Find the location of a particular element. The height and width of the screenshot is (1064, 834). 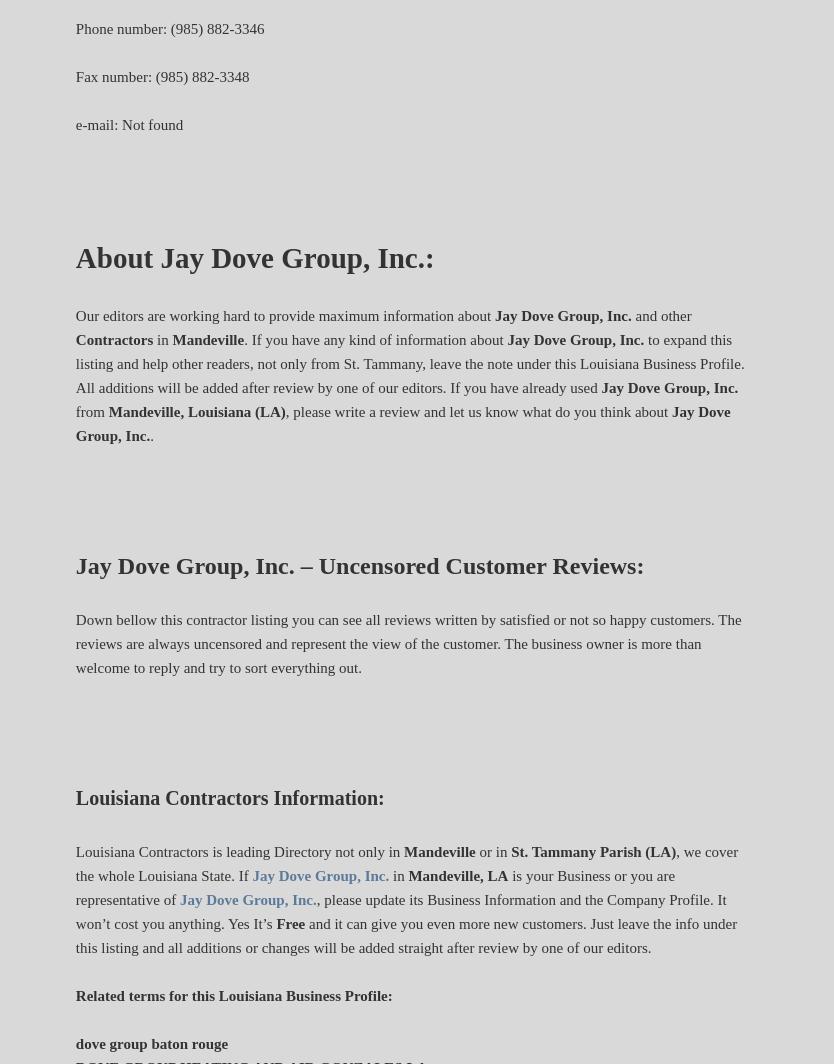

'.' is located at coordinates (150, 436).